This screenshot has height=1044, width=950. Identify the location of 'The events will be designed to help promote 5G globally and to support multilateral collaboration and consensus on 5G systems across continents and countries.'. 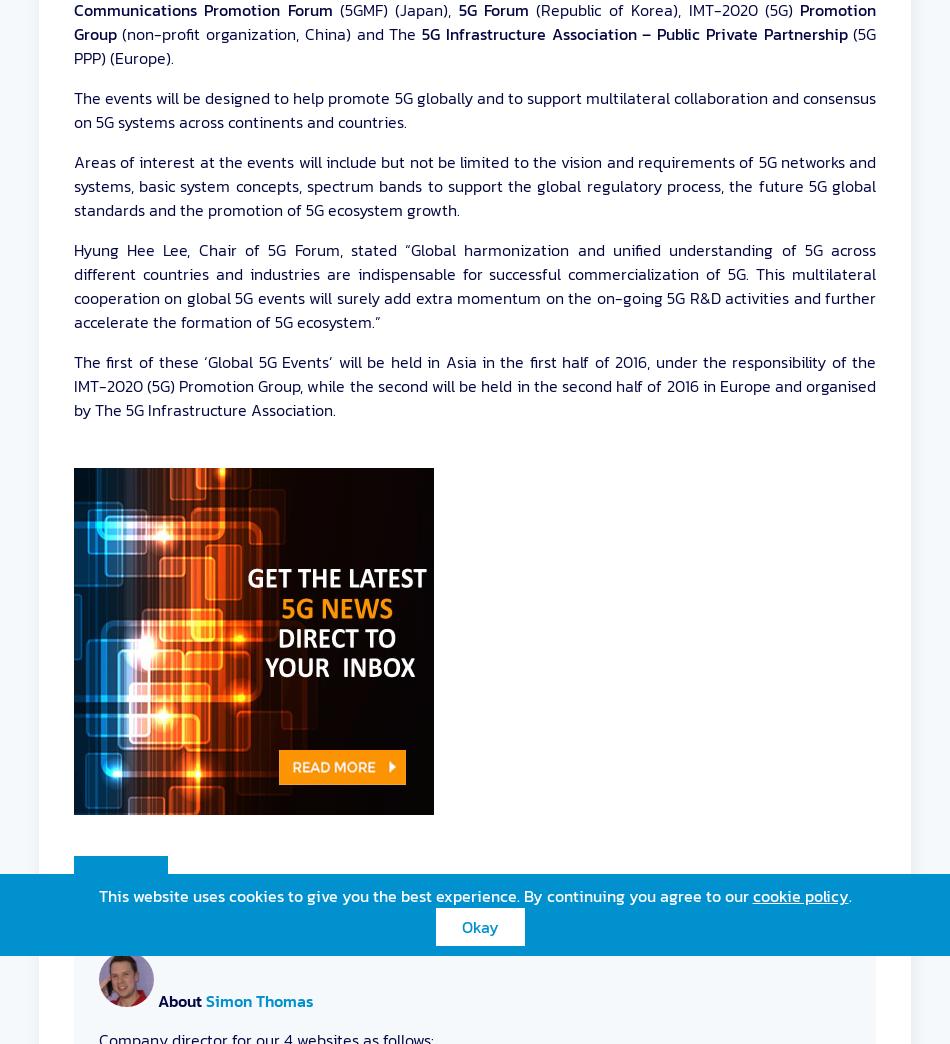
(473, 110).